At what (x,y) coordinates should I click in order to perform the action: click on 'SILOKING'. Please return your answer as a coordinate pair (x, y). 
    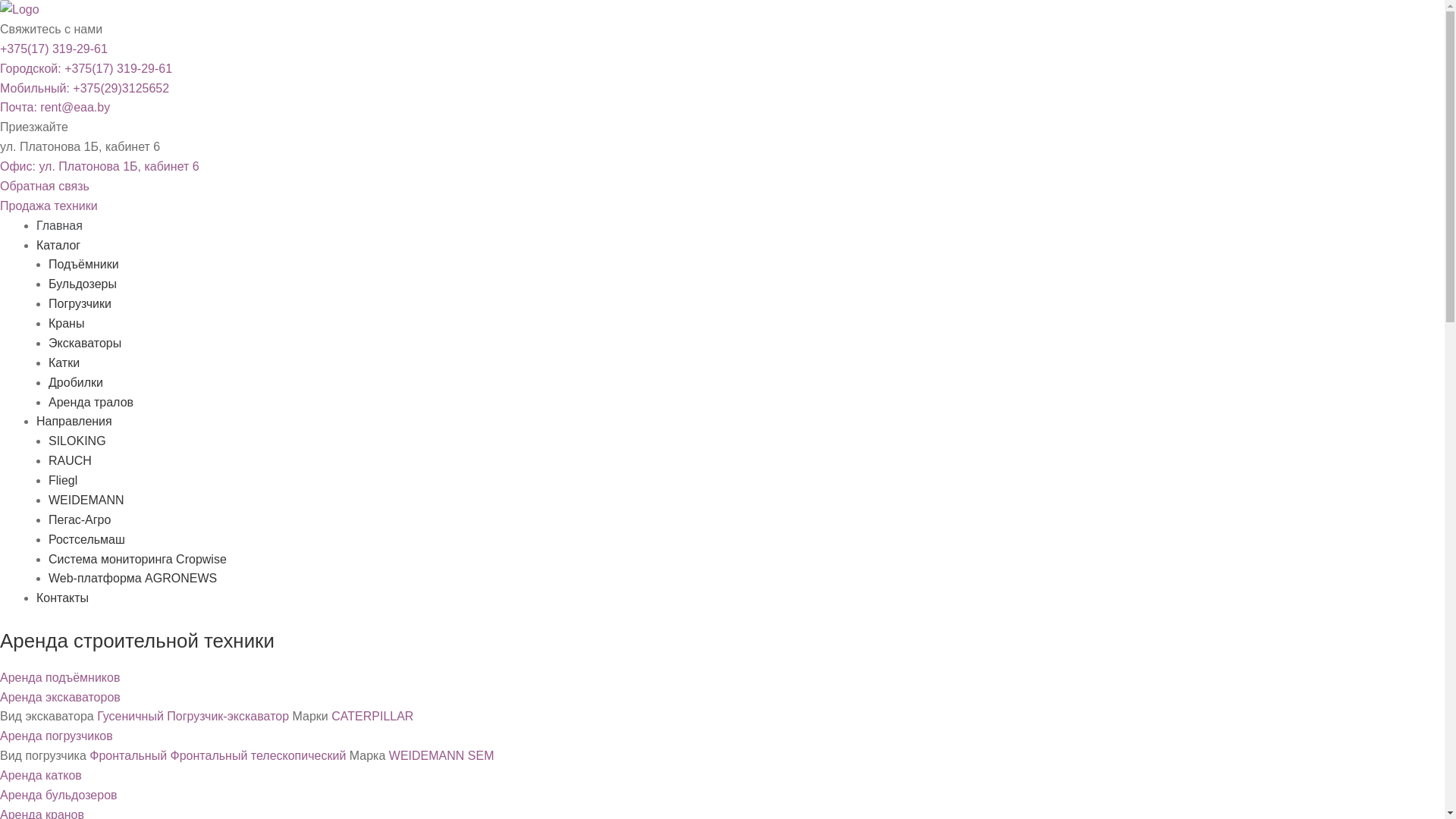
    Looking at the image, I should click on (76, 441).